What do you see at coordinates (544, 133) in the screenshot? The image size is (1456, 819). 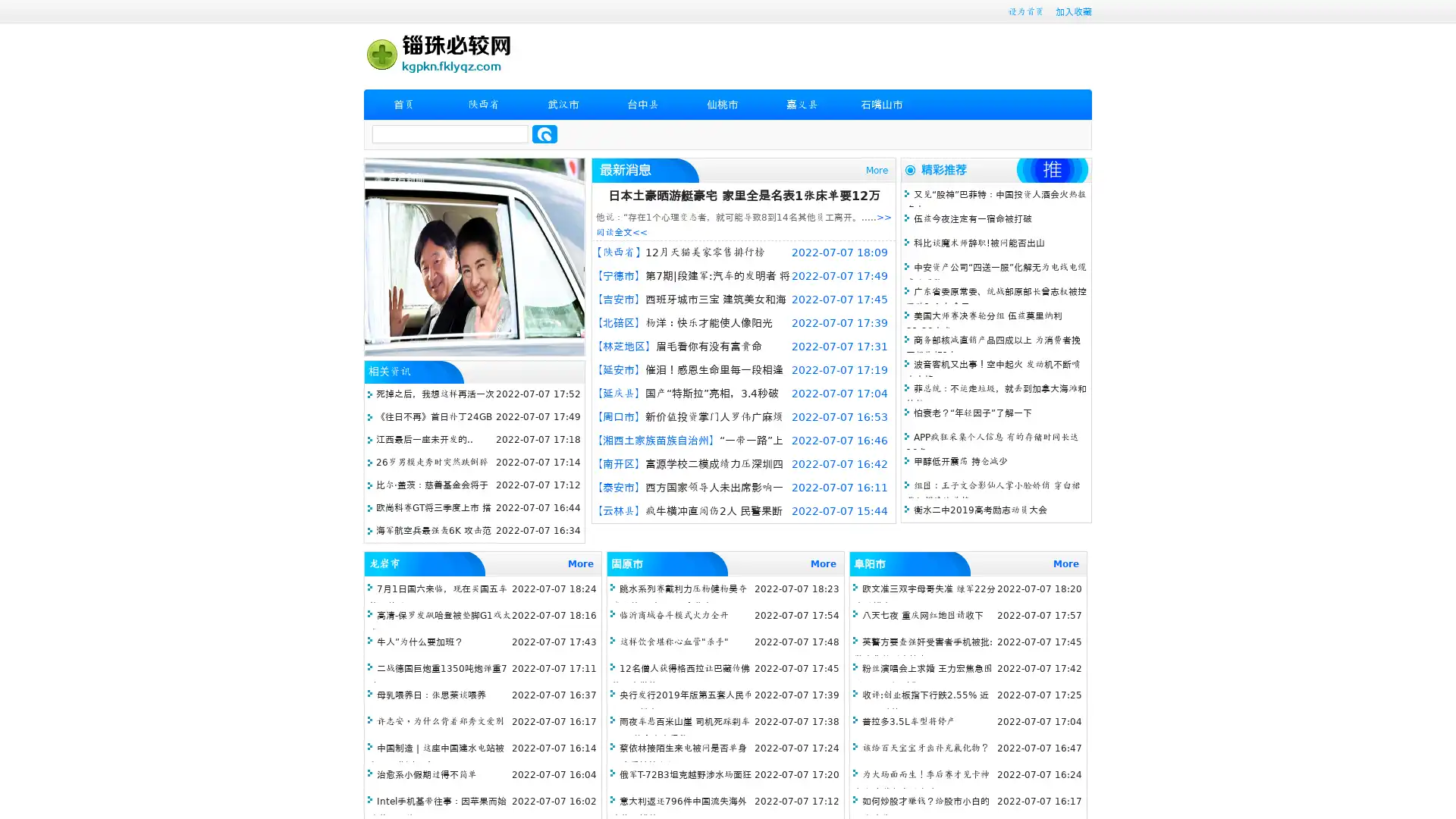 I see `Search` at bounding box center [544, 133].